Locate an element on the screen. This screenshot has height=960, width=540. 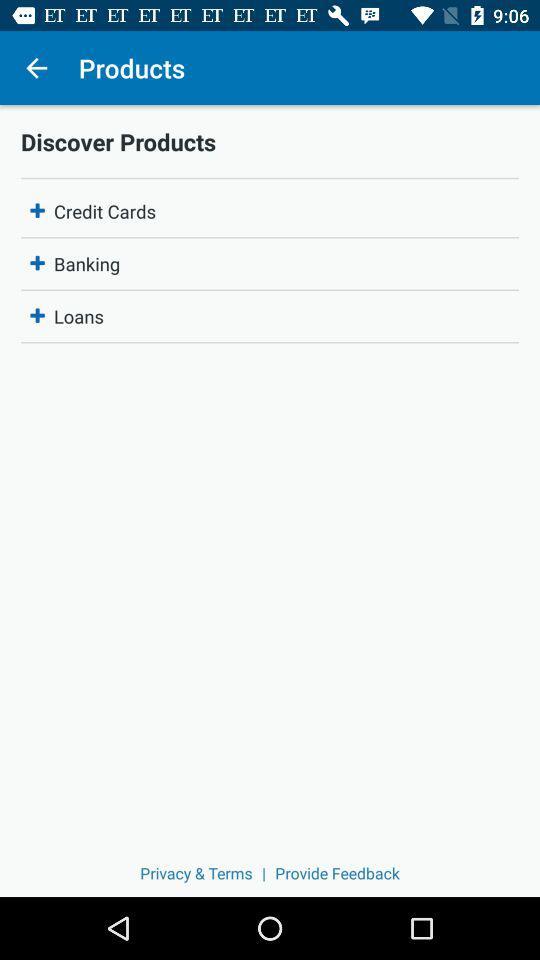
discover products icon is located at coordinates (270, 140).